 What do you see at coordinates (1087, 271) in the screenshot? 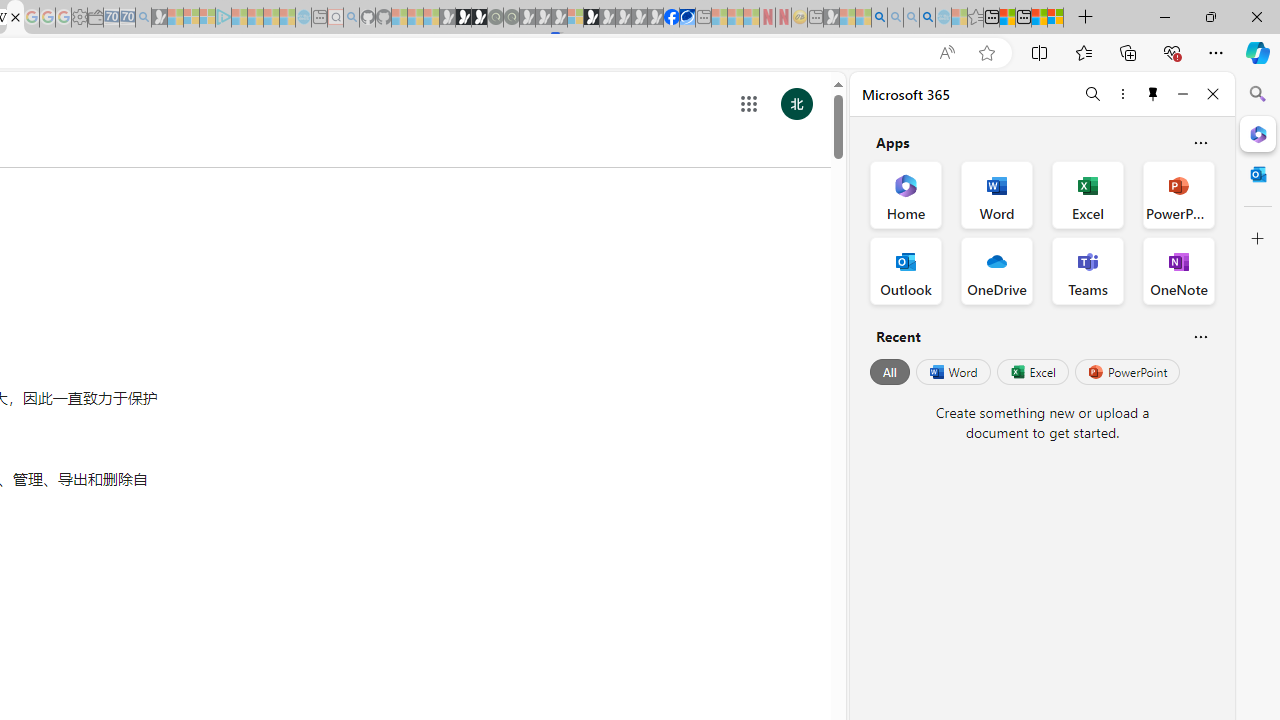
I see `'Teams Office App'` at bounding box center [1087, 271].